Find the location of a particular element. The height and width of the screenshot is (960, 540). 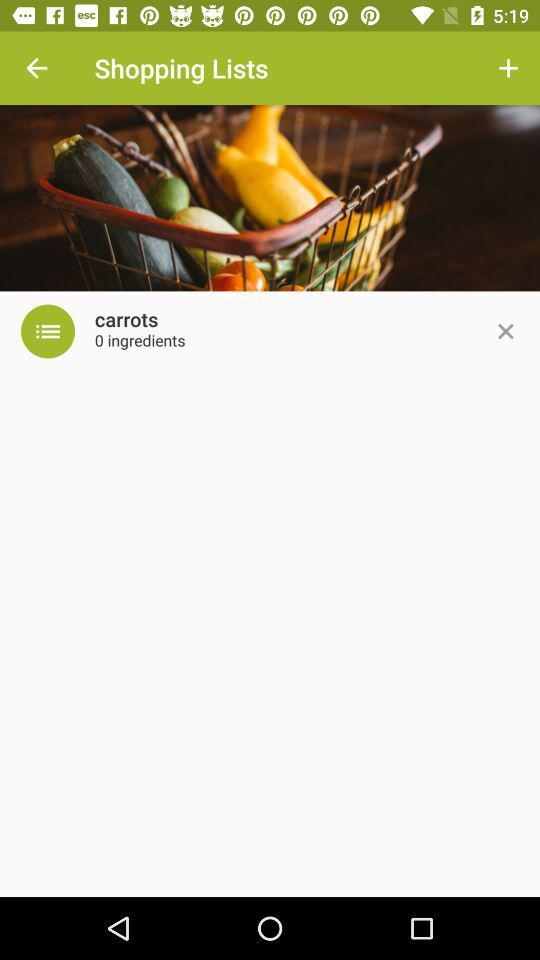

current tab is located at coordinates (504, 331).